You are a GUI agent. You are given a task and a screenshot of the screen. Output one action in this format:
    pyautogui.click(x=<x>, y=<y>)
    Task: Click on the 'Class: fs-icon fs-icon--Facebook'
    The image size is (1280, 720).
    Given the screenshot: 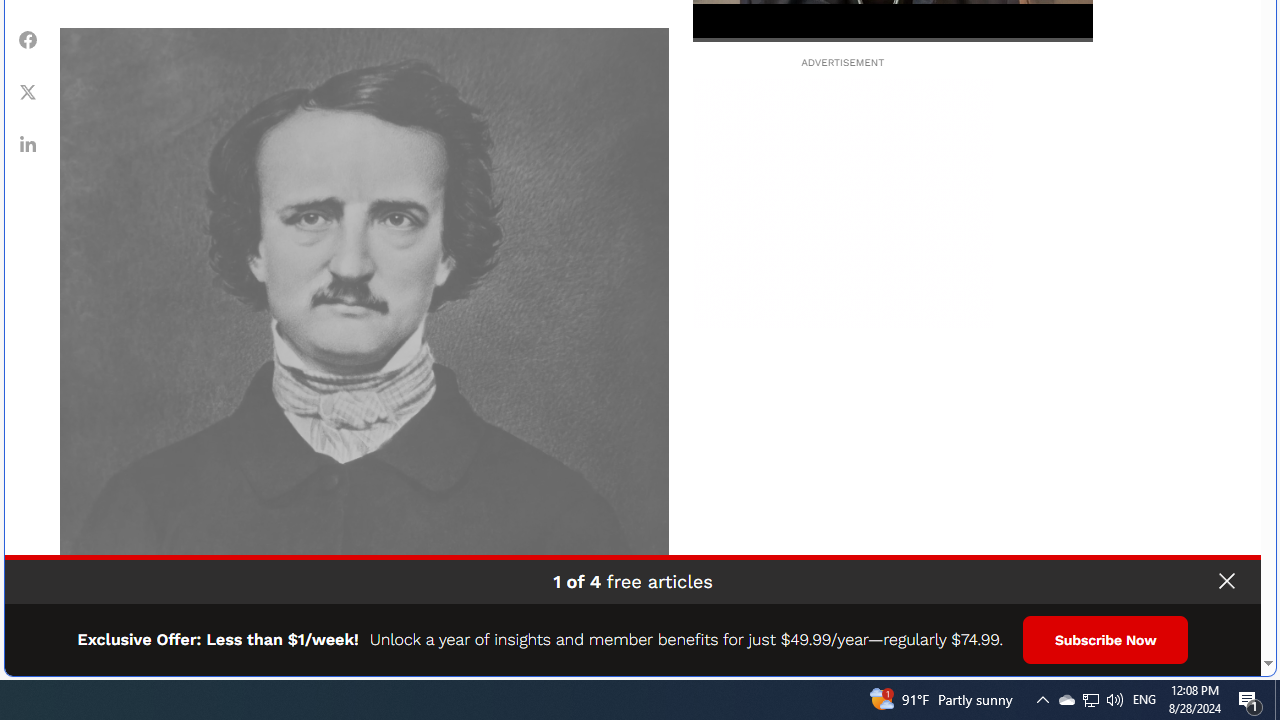 What is the action you would take?
    pyautogui.click(x=28, y=39)
    